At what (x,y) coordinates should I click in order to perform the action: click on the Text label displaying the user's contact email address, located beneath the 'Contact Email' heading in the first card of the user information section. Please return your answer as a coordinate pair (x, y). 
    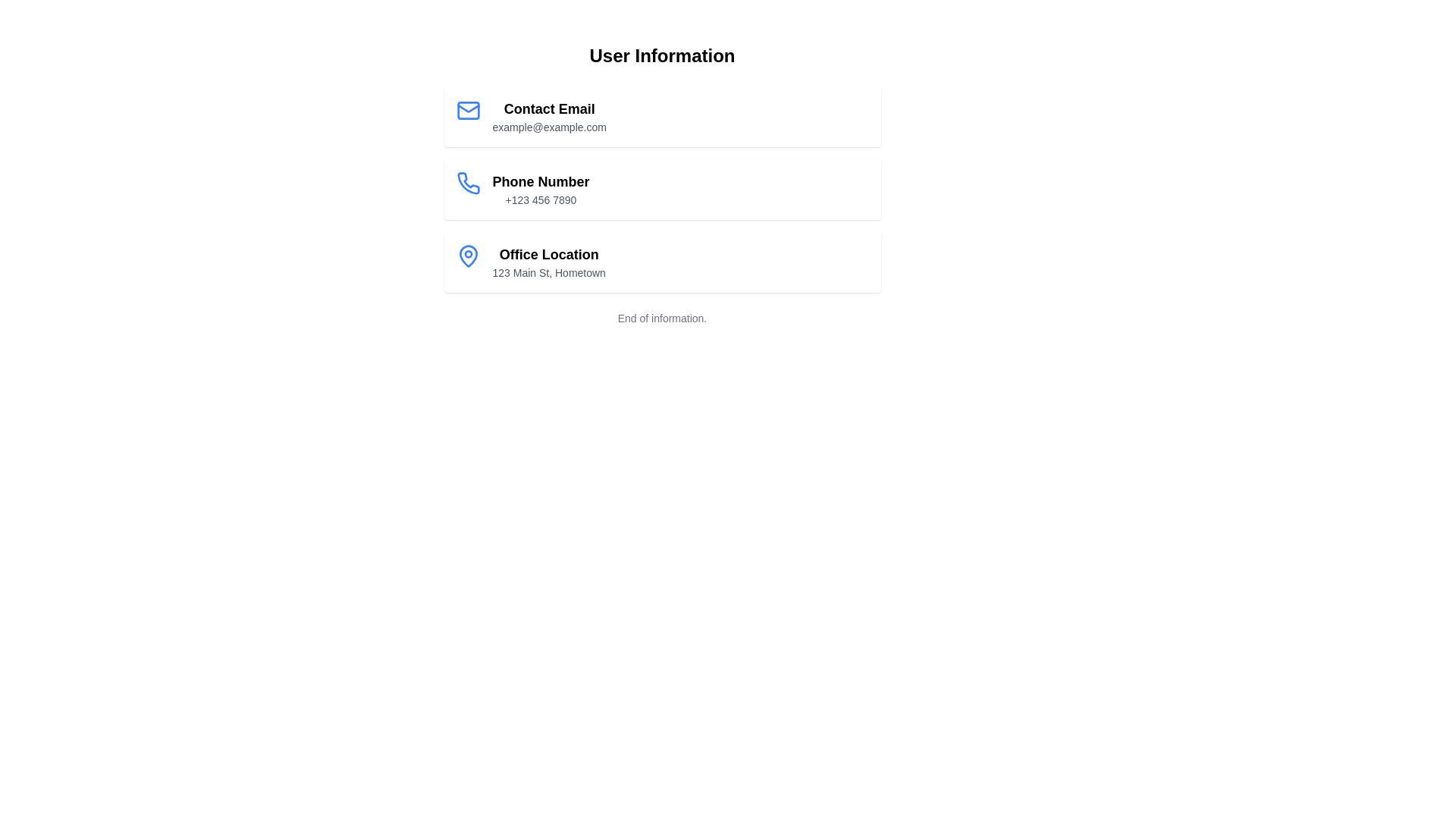
    Looking at the image, I should click on (548, 127).